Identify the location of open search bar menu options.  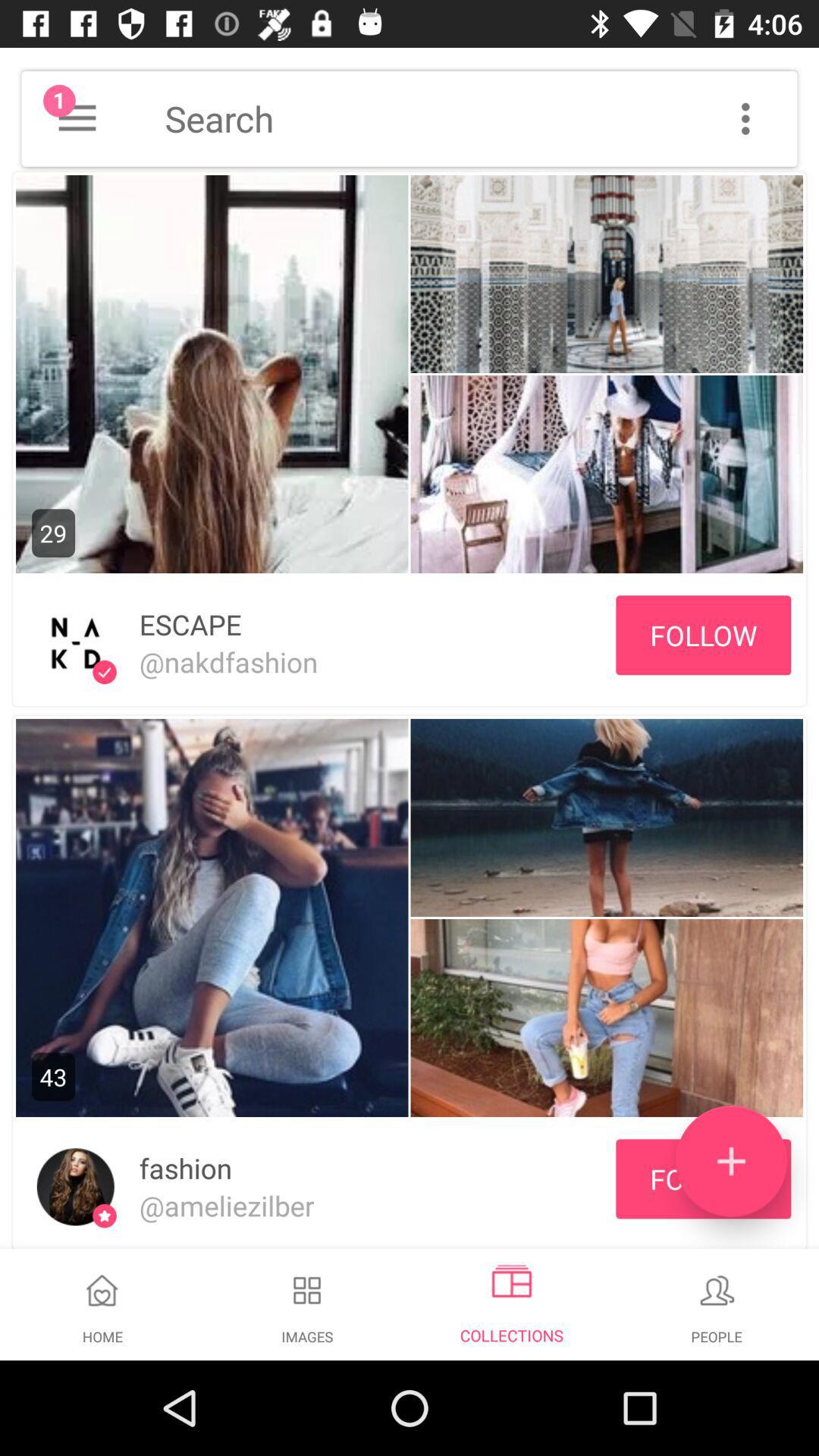
(745, 118).